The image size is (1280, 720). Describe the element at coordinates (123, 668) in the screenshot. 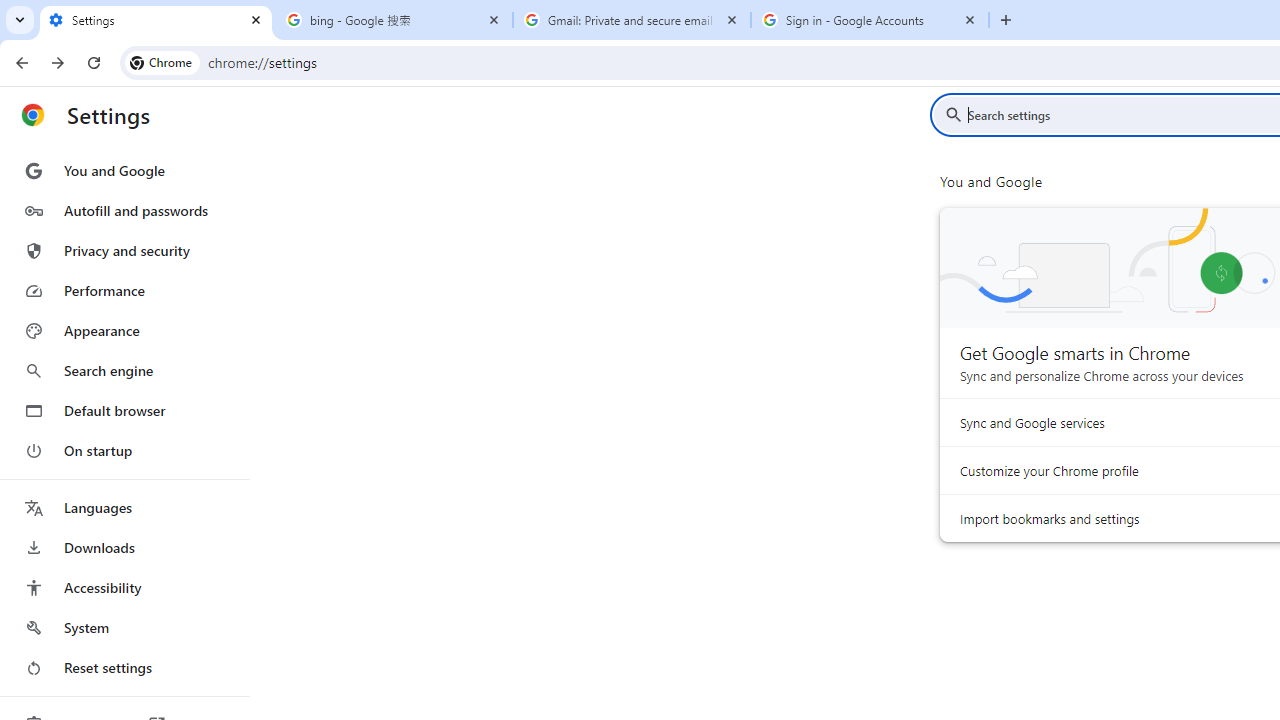

I see `'Reset settings'` at that location.